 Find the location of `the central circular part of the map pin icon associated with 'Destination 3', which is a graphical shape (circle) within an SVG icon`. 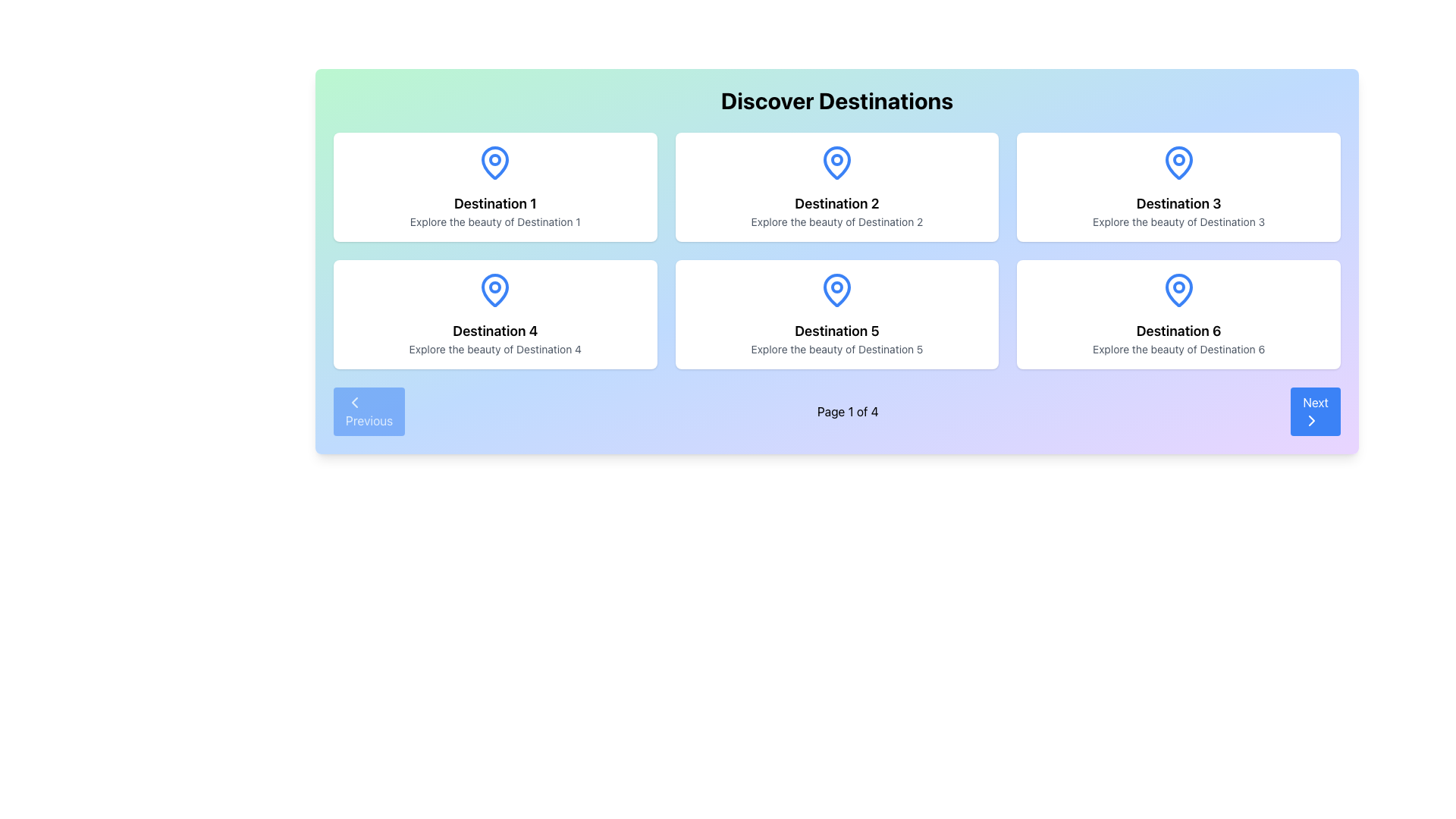

the central circular part of the map pin icon associated with 'Destination 3', which is a graphical shape (circle) within an SVG icon is located at coordinates (1178, 160).